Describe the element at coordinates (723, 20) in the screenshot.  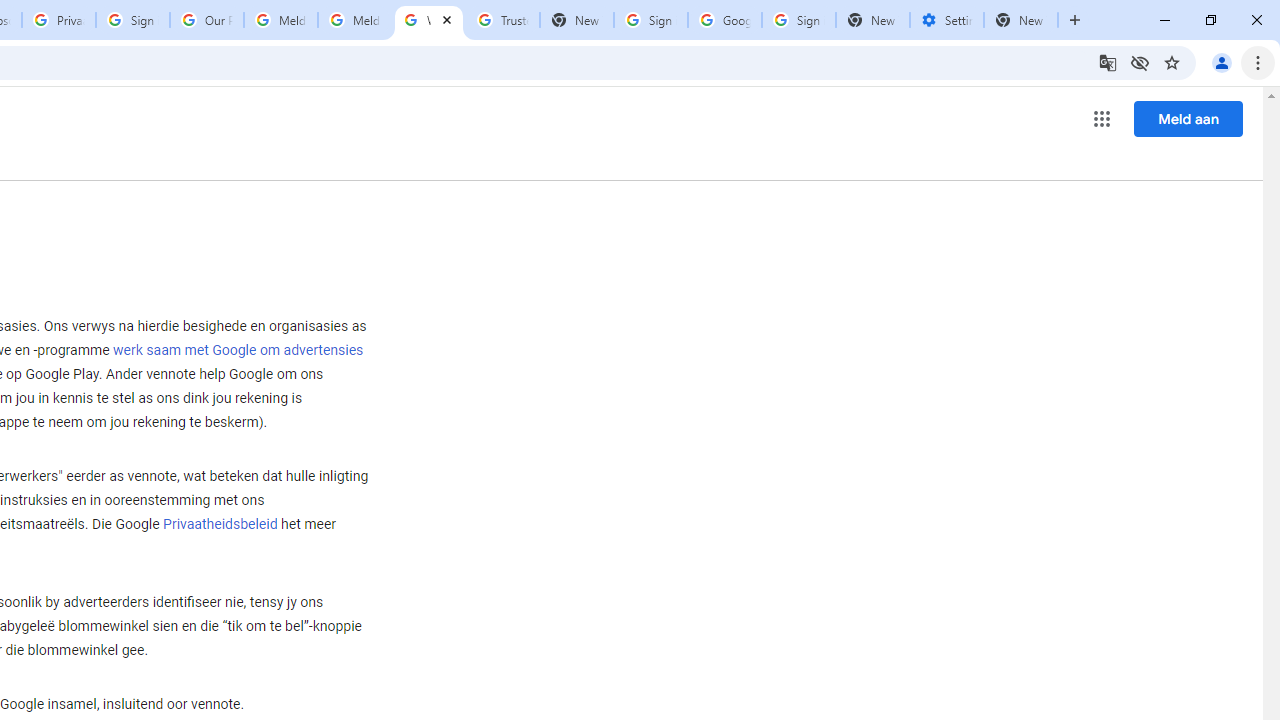
I see `'Google Cybersecurity Innovations - Google Safety Center'` at that location.